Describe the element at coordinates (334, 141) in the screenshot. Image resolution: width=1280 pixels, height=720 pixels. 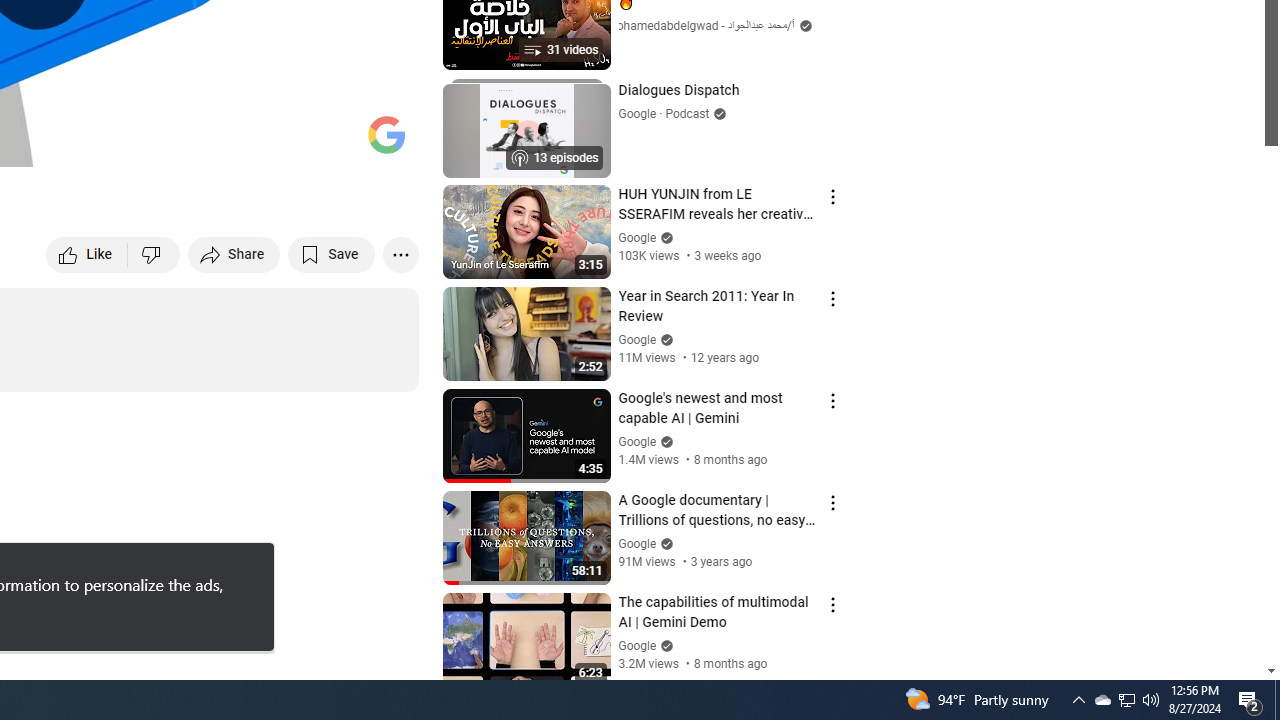
I see `'Theater mode (t)'` at that location.